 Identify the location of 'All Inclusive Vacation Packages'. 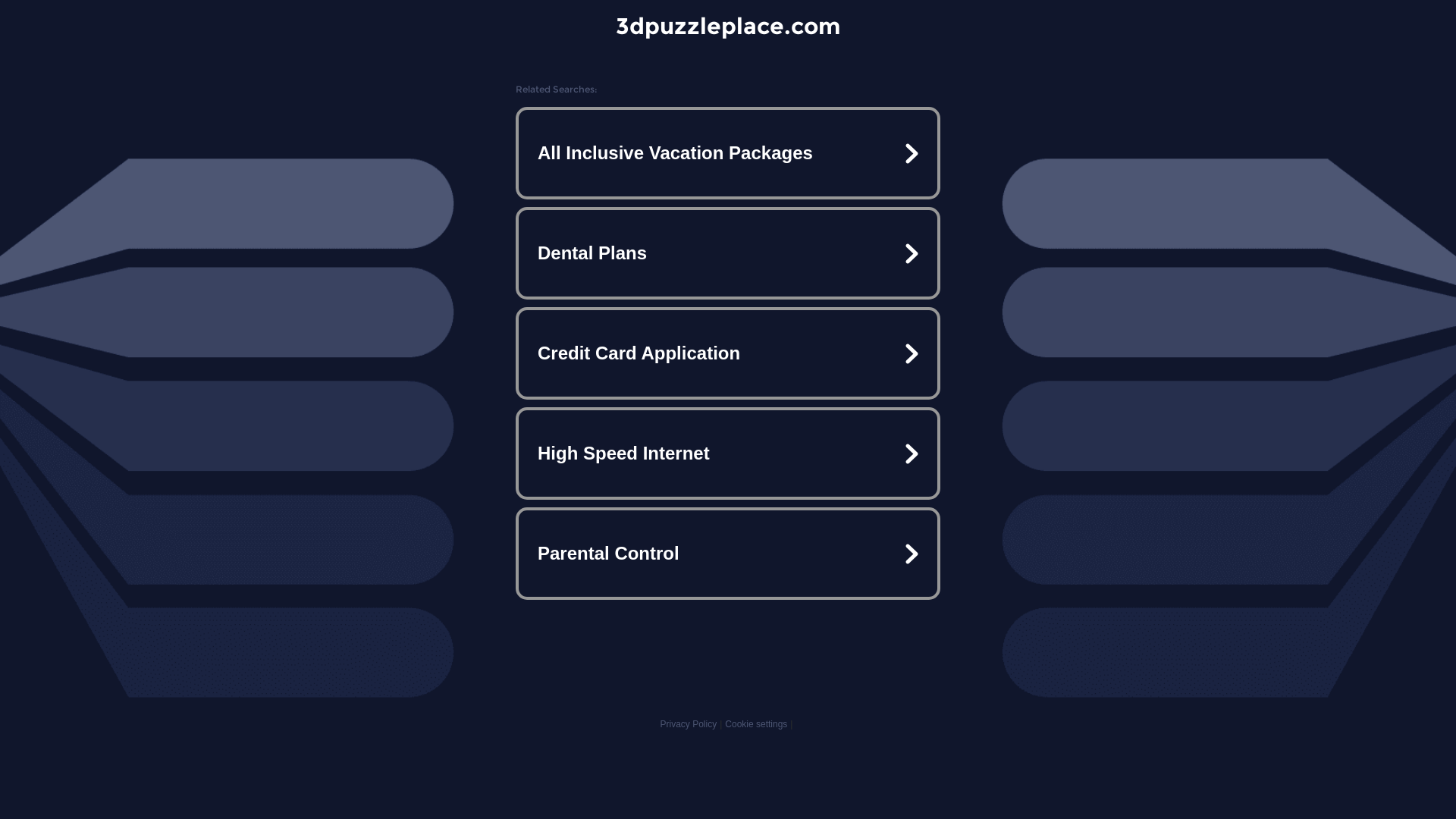
(728, 152).